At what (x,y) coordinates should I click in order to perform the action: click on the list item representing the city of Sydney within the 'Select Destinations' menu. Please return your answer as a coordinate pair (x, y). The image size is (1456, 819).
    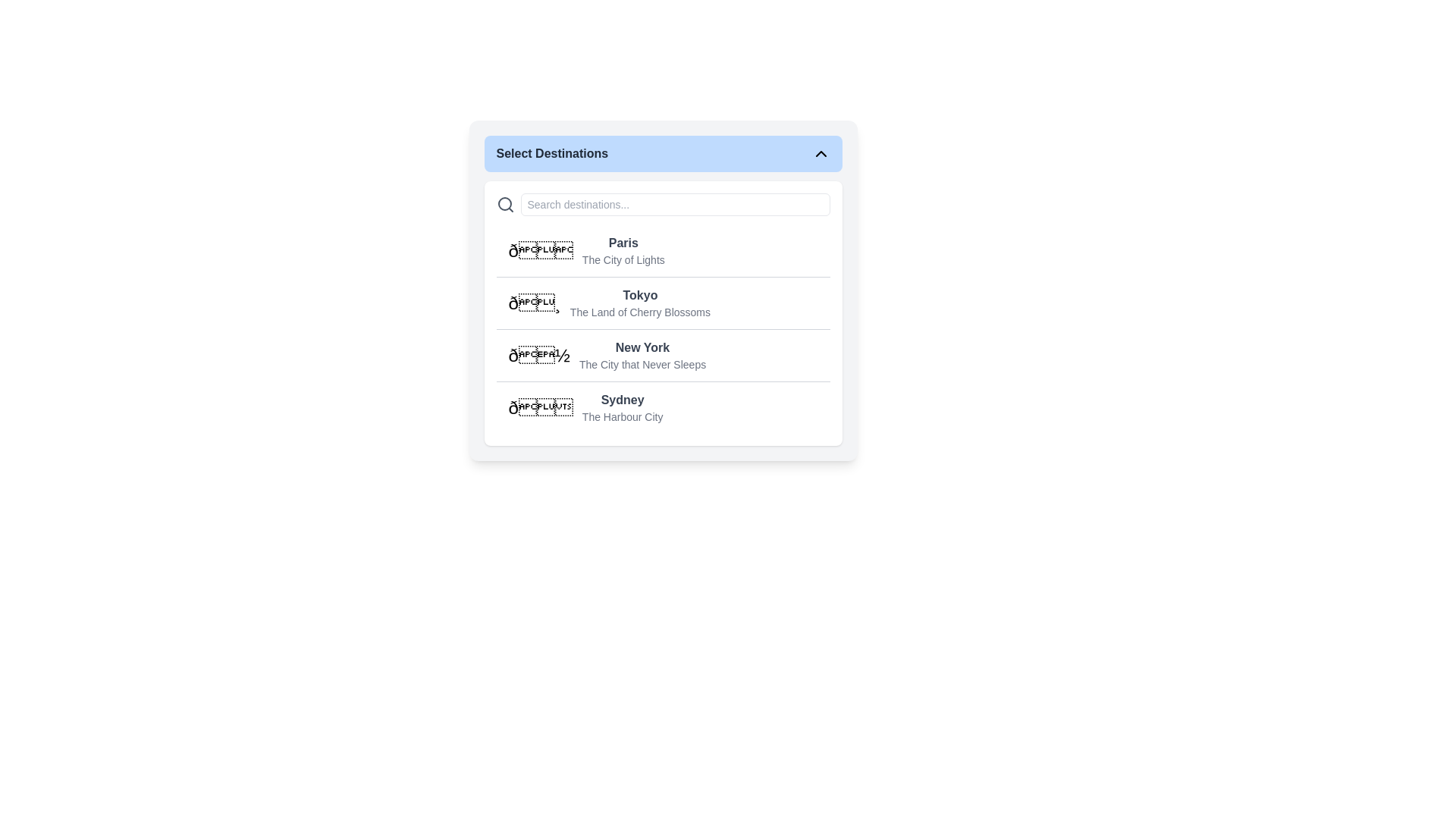
    Looking at the image, I should click on (585, 406).